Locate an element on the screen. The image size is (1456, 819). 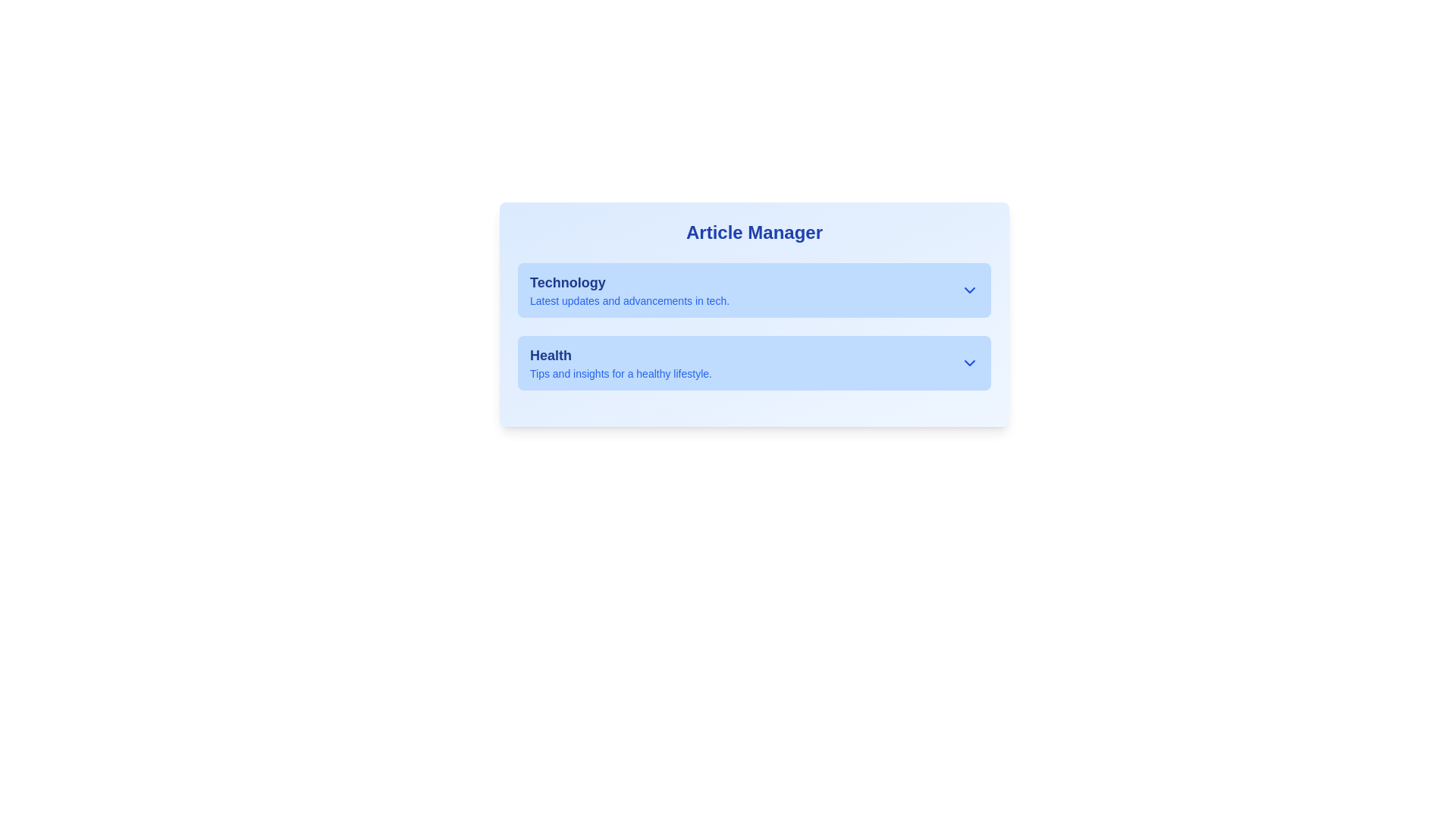
the 'Technology' category selector is located at coordinates (754, 290).